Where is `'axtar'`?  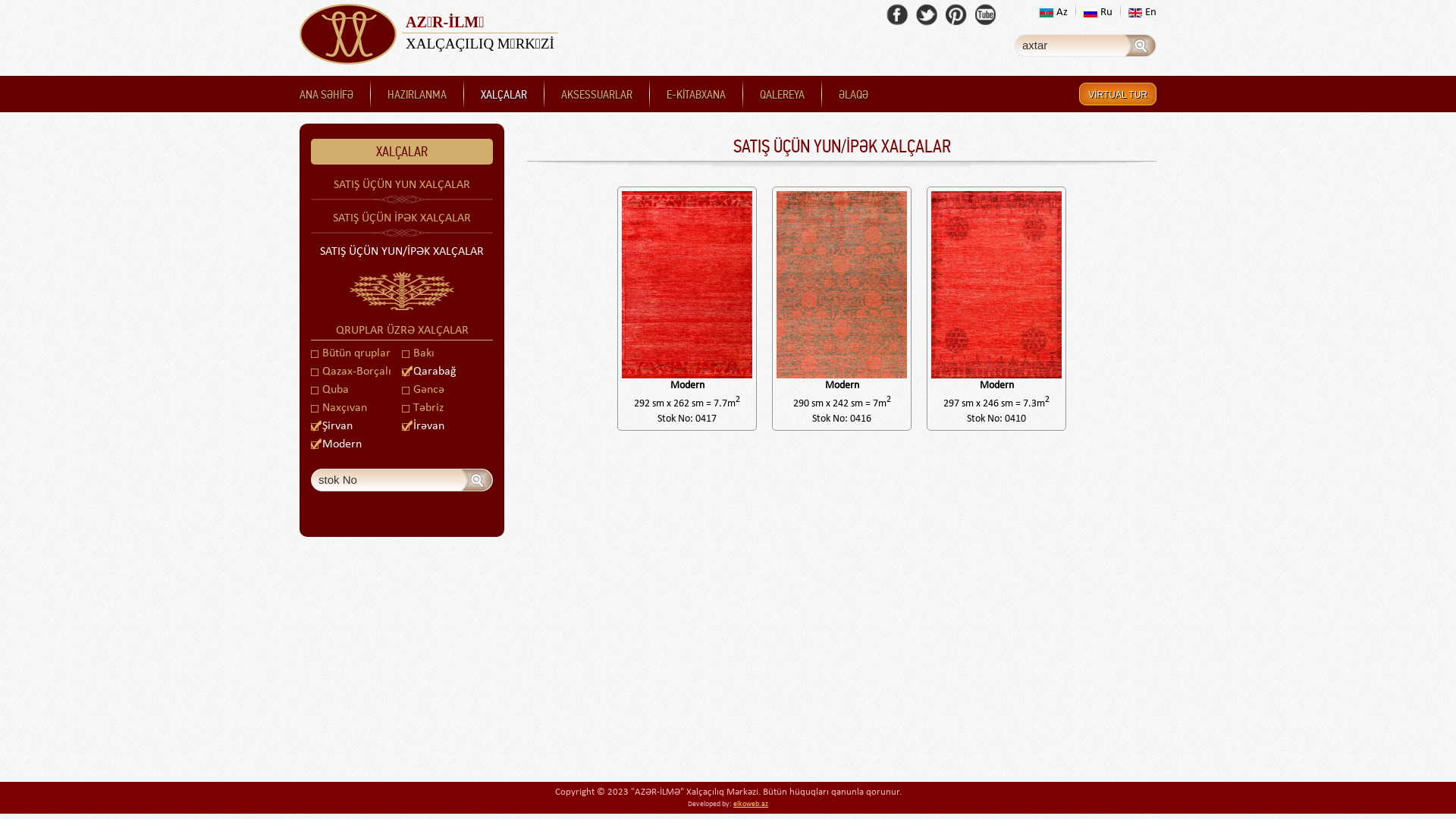
'axtar' is located at coordinates (1141, 45).